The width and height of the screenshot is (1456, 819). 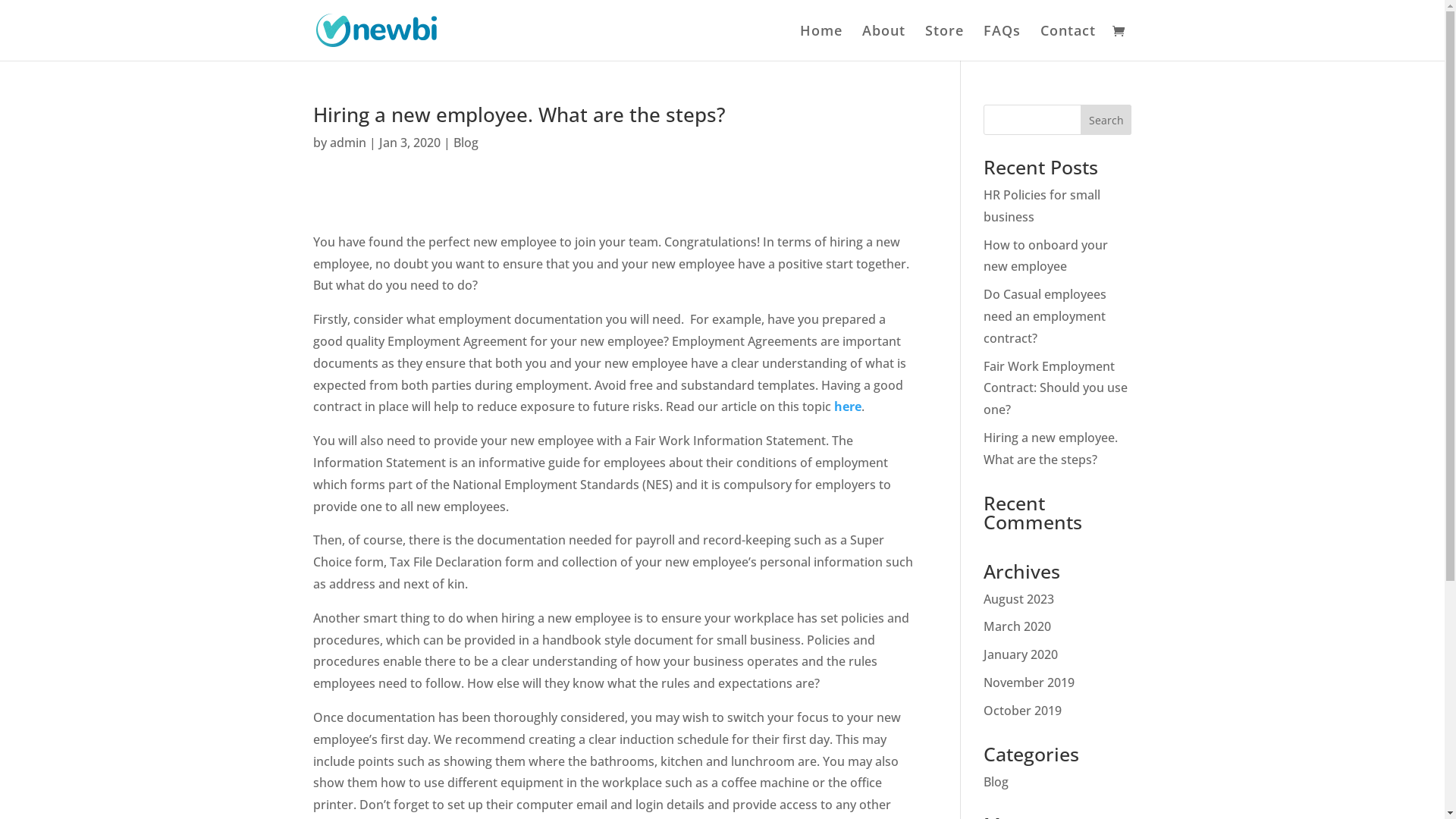 What do you see at coordinates (1044, 255) in the screenshot?
I see `'How to onboard your new employee'` at bounding box center [1044, 255].